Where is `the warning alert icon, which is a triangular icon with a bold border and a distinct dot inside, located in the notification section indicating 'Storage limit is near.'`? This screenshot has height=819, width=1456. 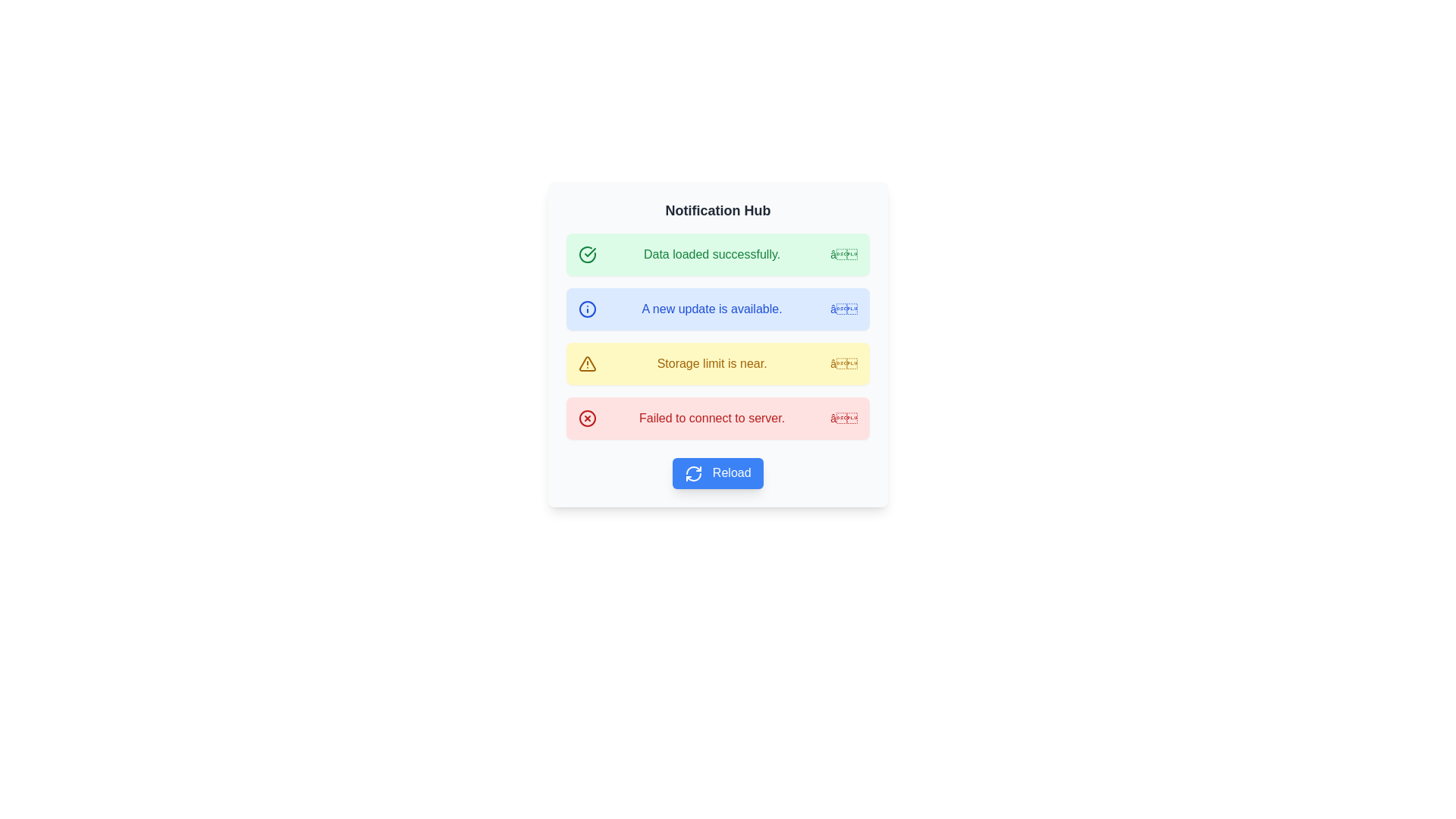
the warning alert icon, which is a triangular icon with a bold border and a distinct dot inside, located in the notification section indicating 'Storage limit is near.' is located at coordinates (586, 363).